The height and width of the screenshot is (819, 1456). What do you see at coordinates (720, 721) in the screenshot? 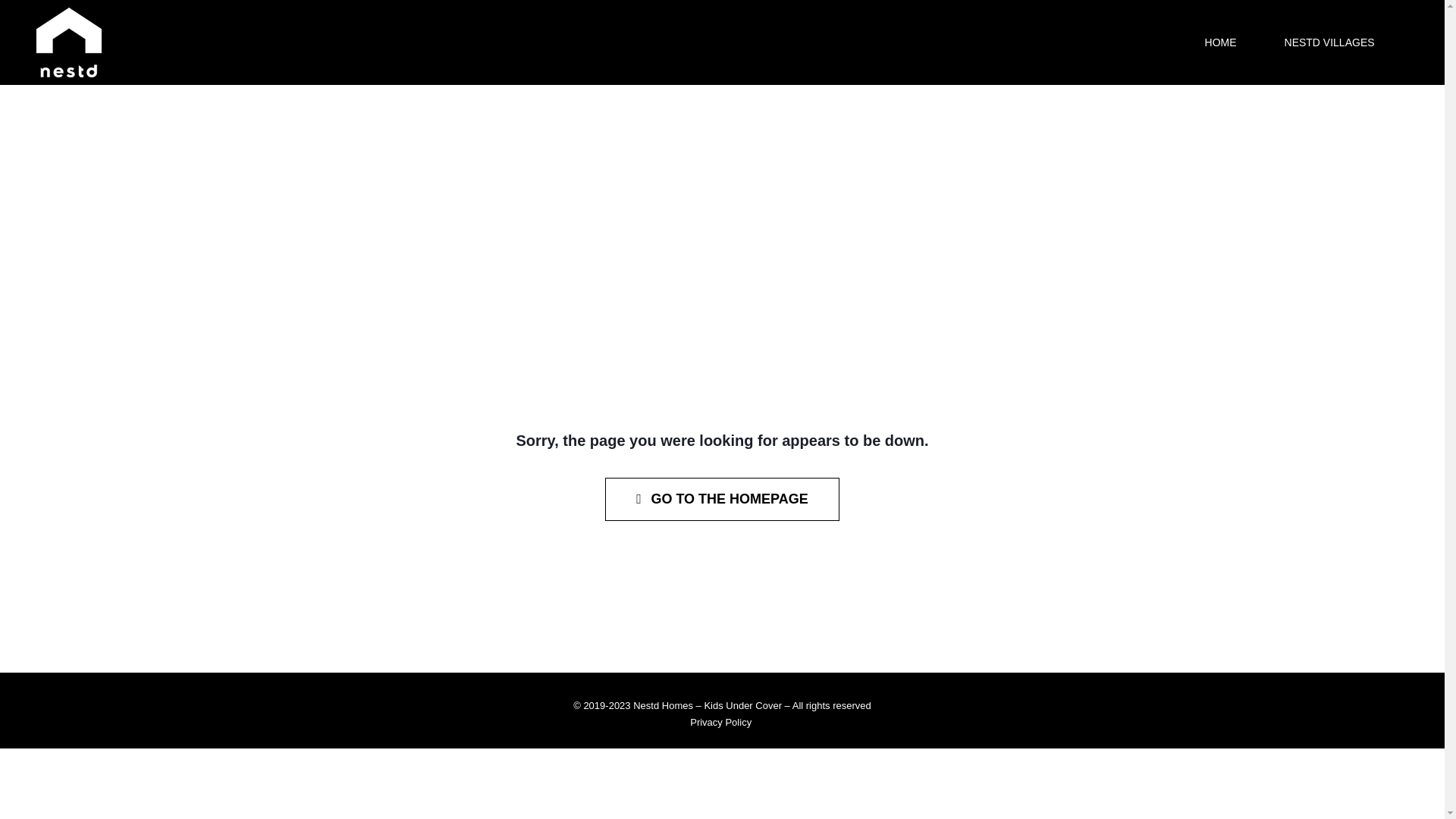
I see `'Privacy Policy'` at bounding box center [720, 721].